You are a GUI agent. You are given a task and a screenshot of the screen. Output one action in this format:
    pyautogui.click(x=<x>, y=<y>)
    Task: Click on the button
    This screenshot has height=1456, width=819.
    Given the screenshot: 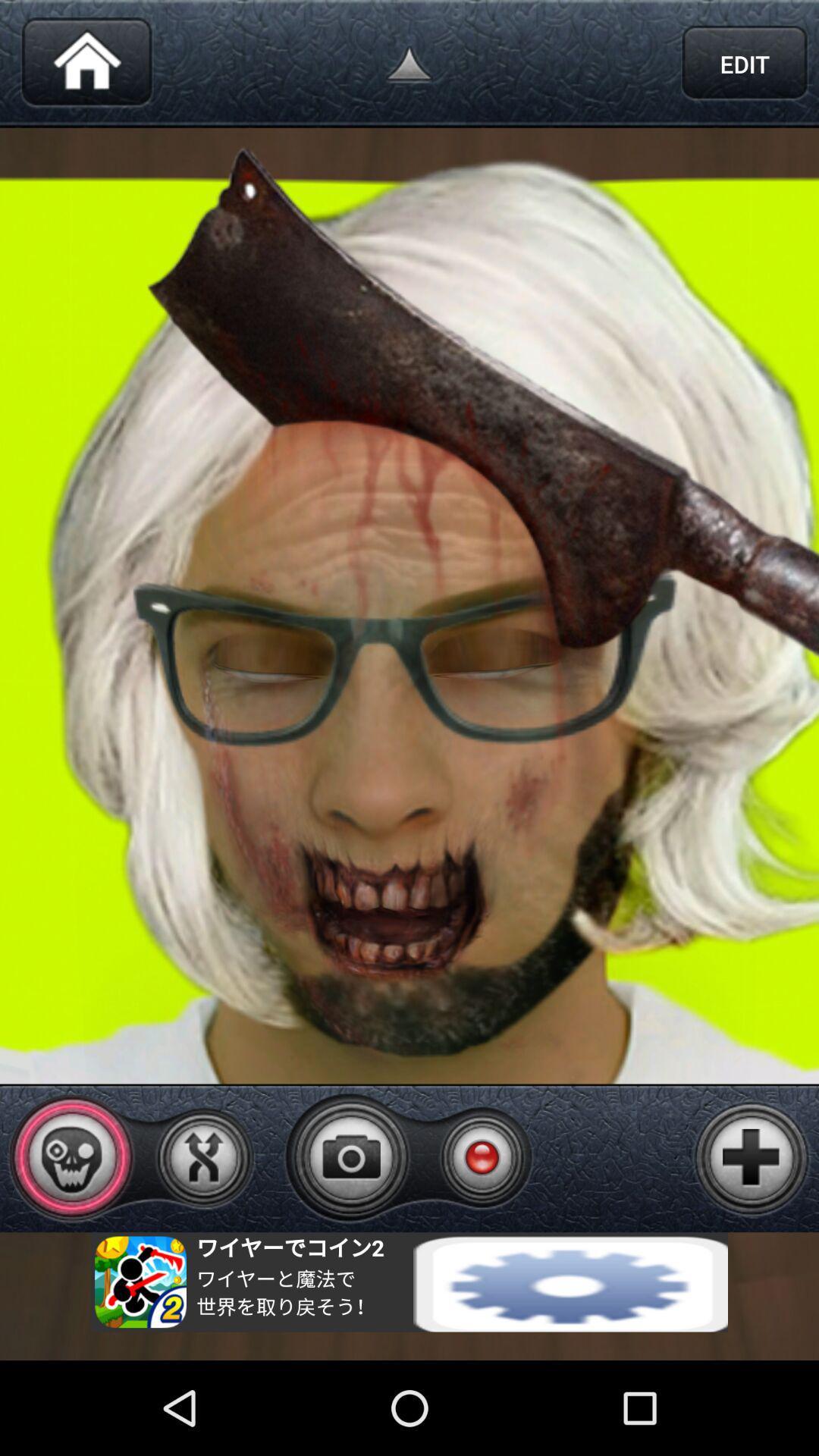 What is the action you would take?
    pyautogui.click(x=752, y=1157)
    